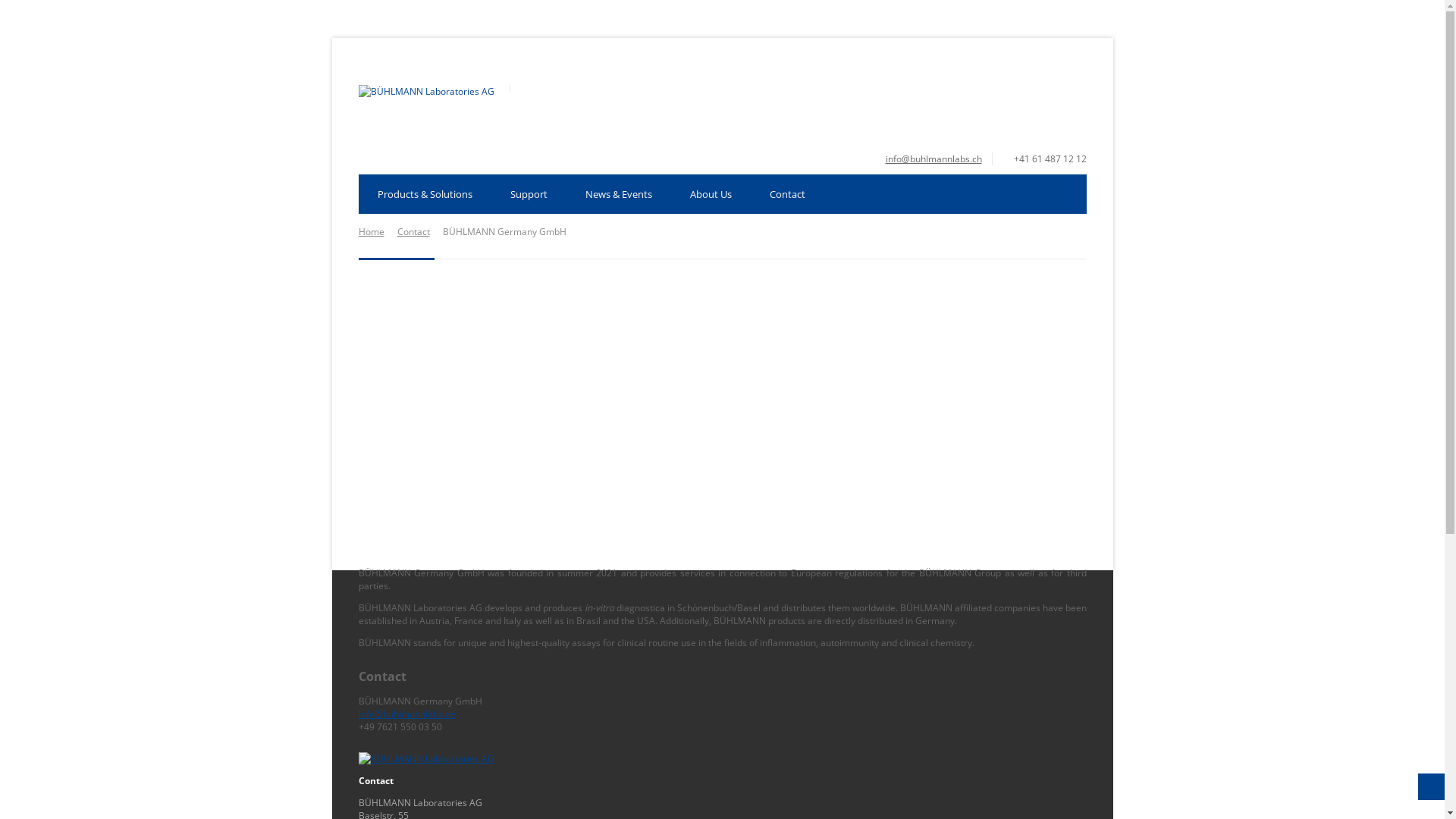 Image resolution: width=1456 pixels, height=819 pixels. What do you see at coordinates (709, 193) in the screenshot?
I see `'About Us'` at bounding box center [709, 193].